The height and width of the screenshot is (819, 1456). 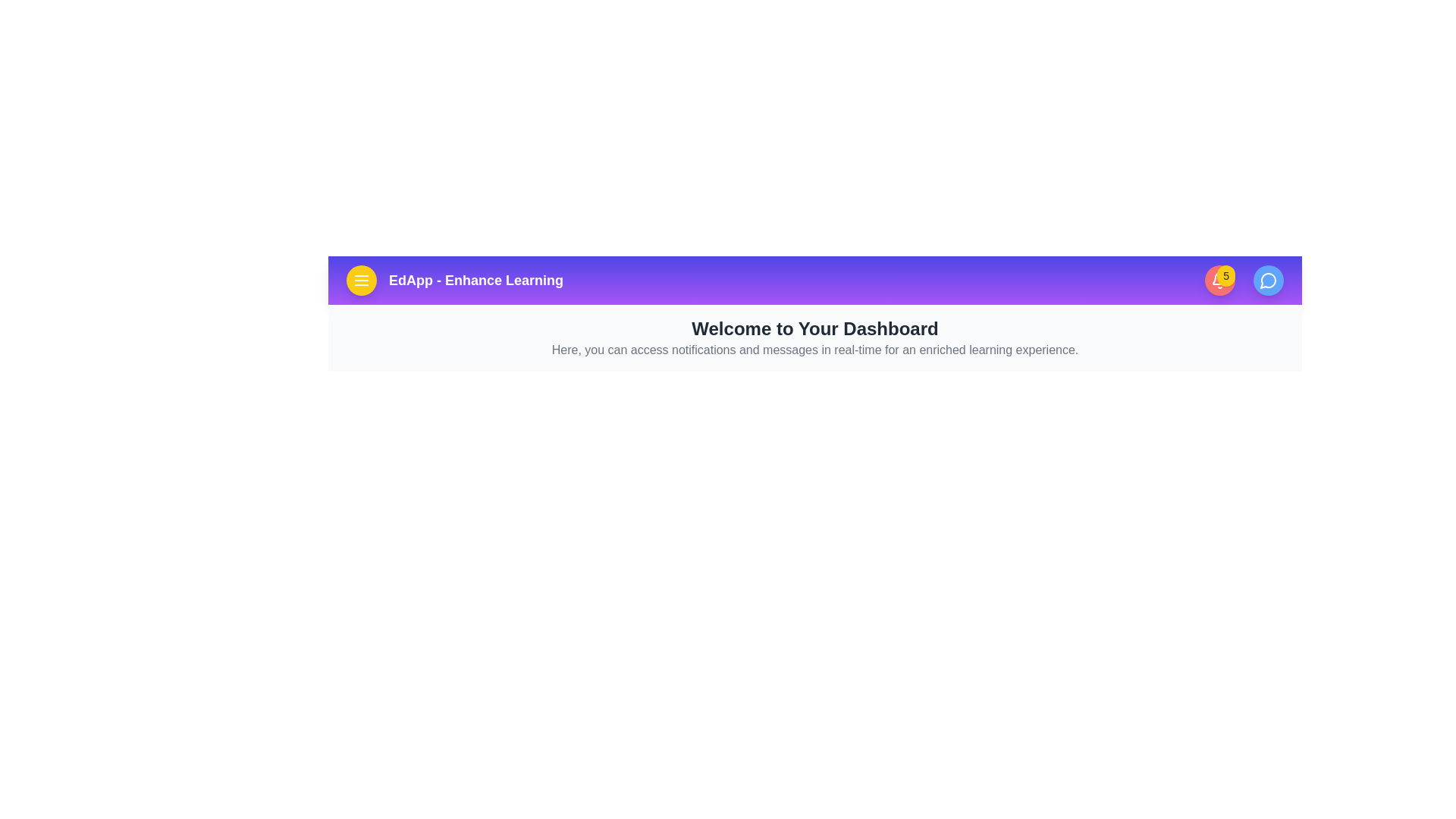 I want to click on the menu icon to open the menu, so click(x=360, y=281).